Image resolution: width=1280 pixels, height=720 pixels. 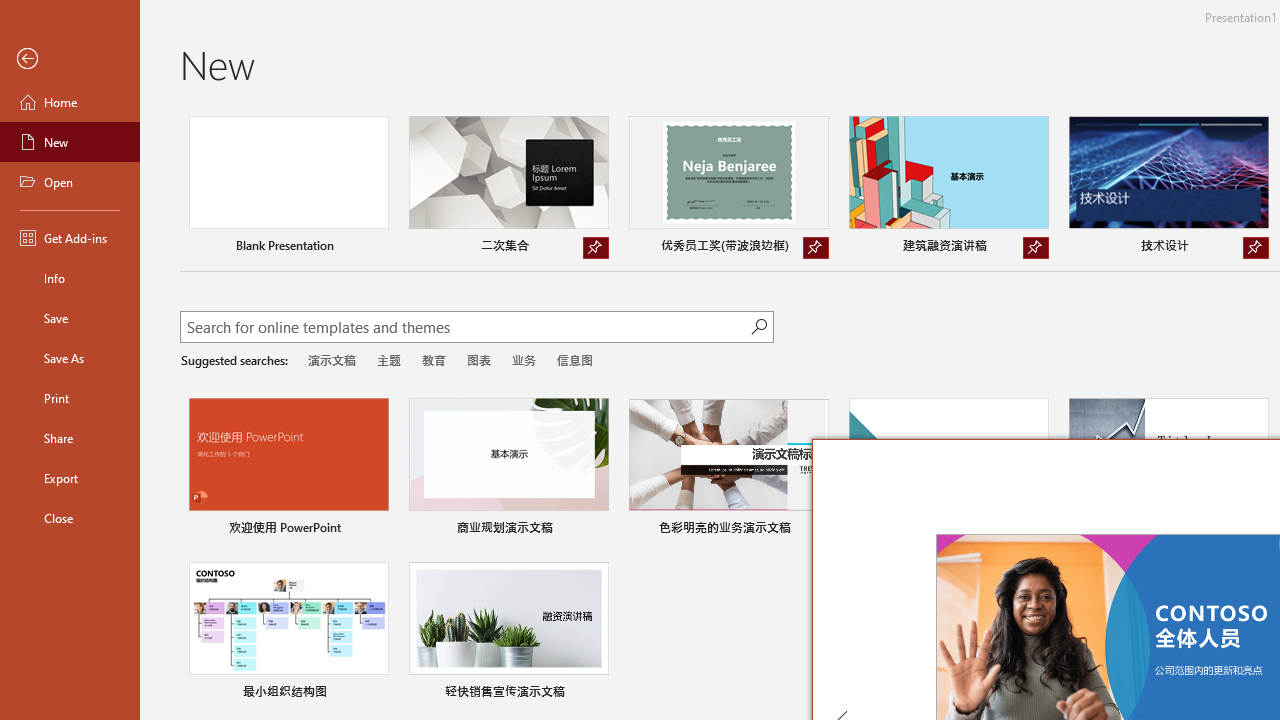 I want to click on 'Export', so click(x=69, y=478).